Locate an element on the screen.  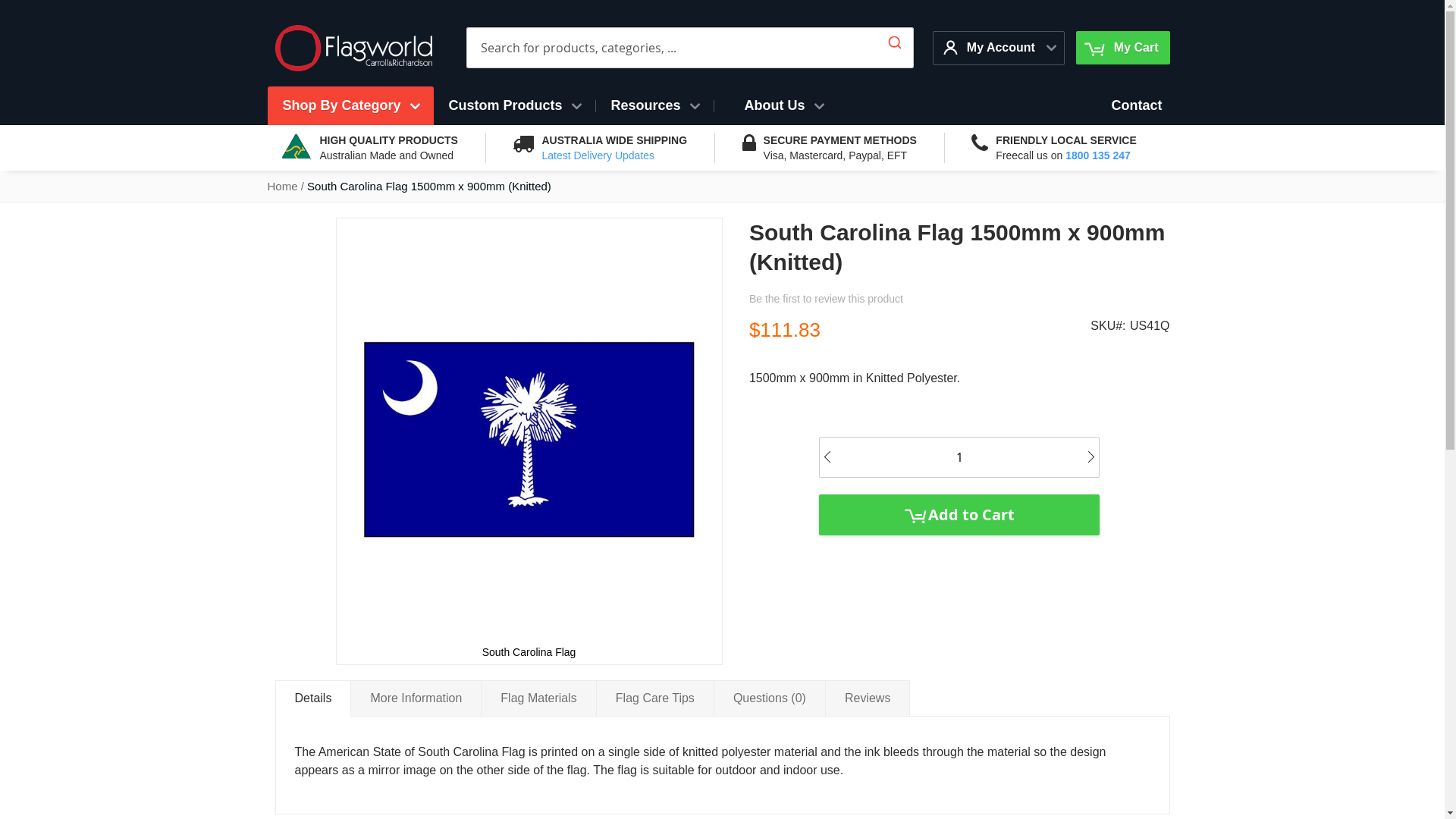
'Home' is located at coordinates (281, 185).